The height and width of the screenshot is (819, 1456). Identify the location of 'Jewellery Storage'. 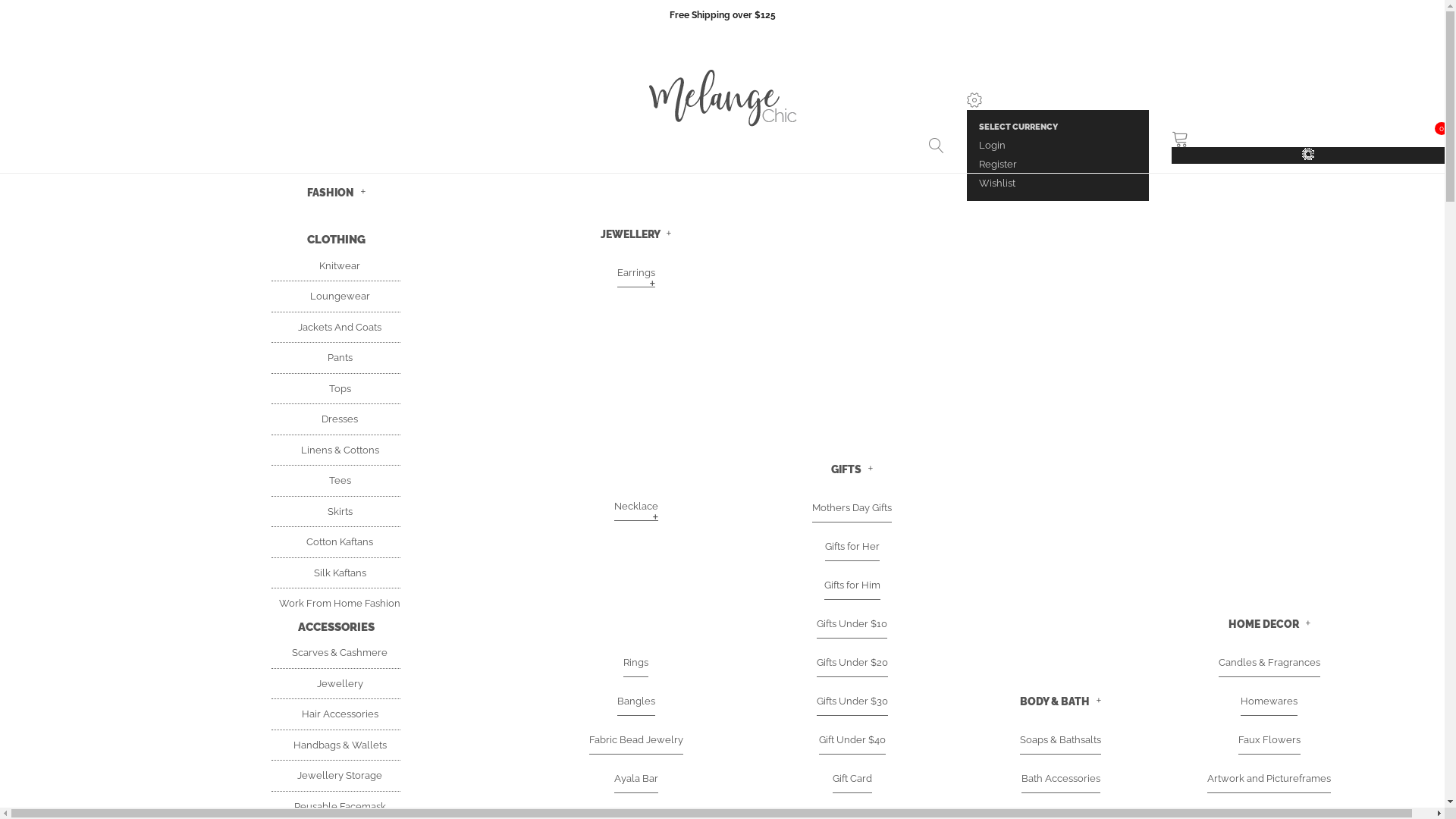
(334, 775).